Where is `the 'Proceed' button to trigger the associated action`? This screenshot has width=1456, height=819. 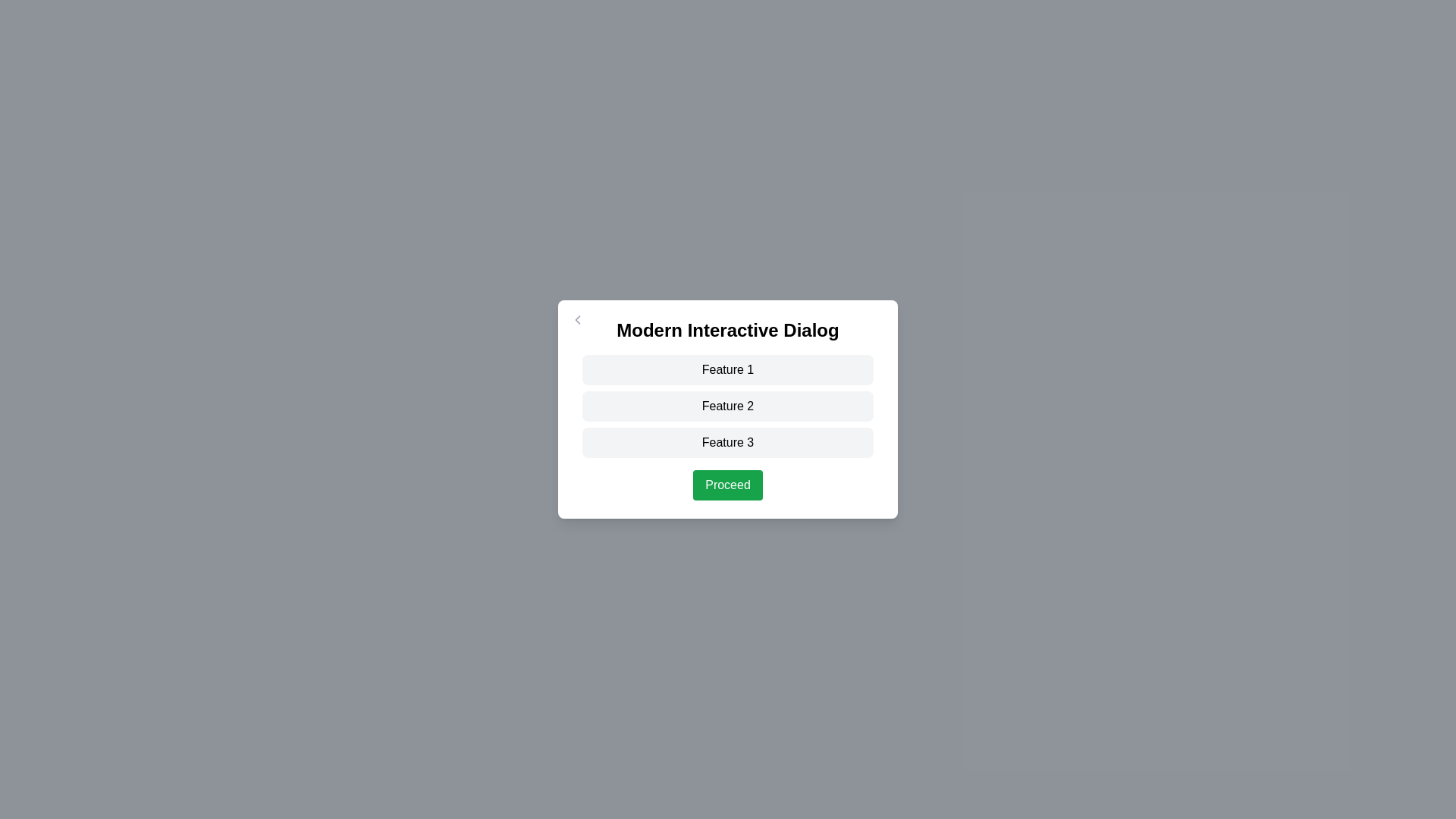 the 'Proceed' button to trigger the associated action is located at coordinates (728, 485).